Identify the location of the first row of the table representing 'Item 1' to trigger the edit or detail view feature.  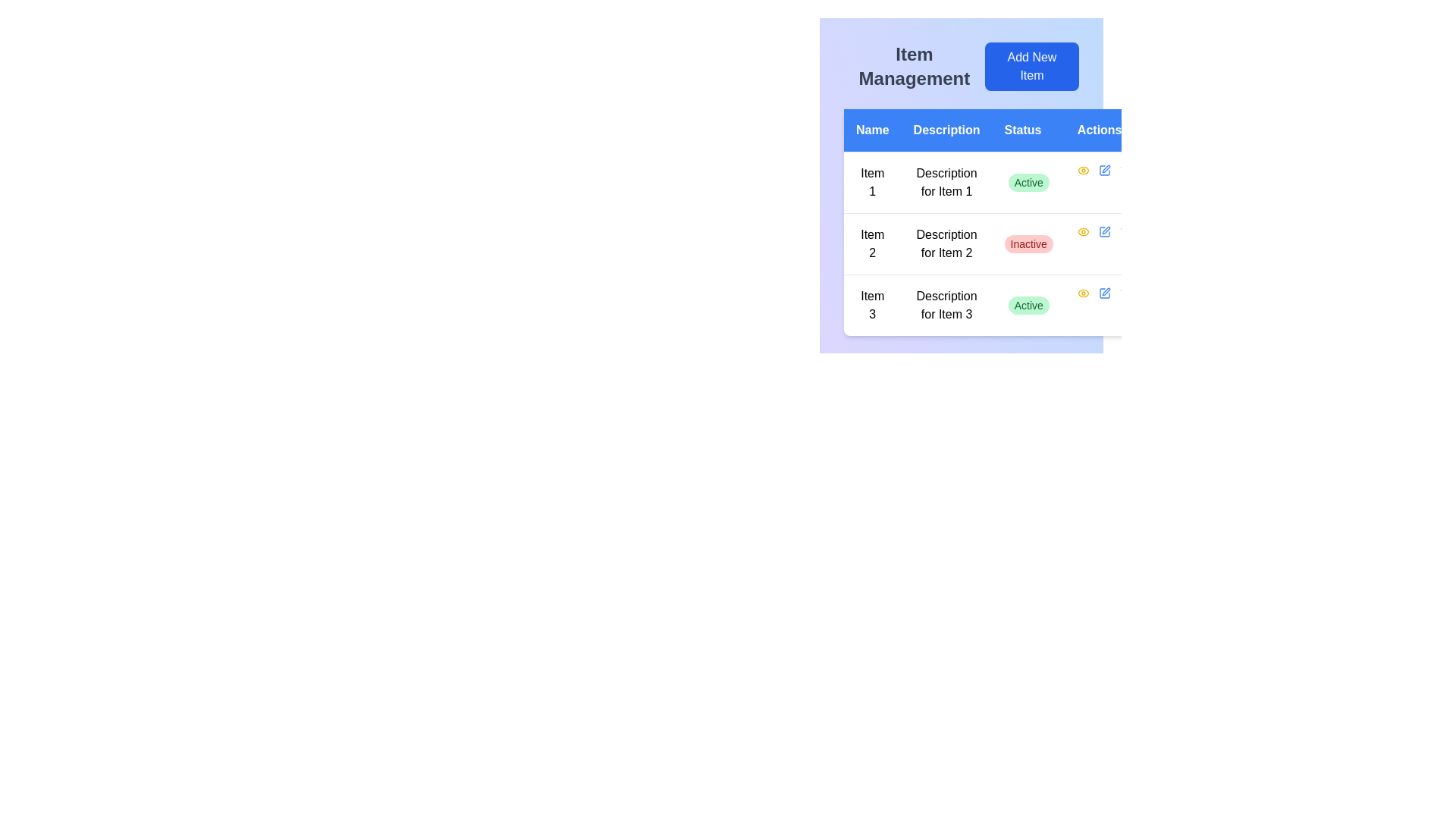
(993, 181).